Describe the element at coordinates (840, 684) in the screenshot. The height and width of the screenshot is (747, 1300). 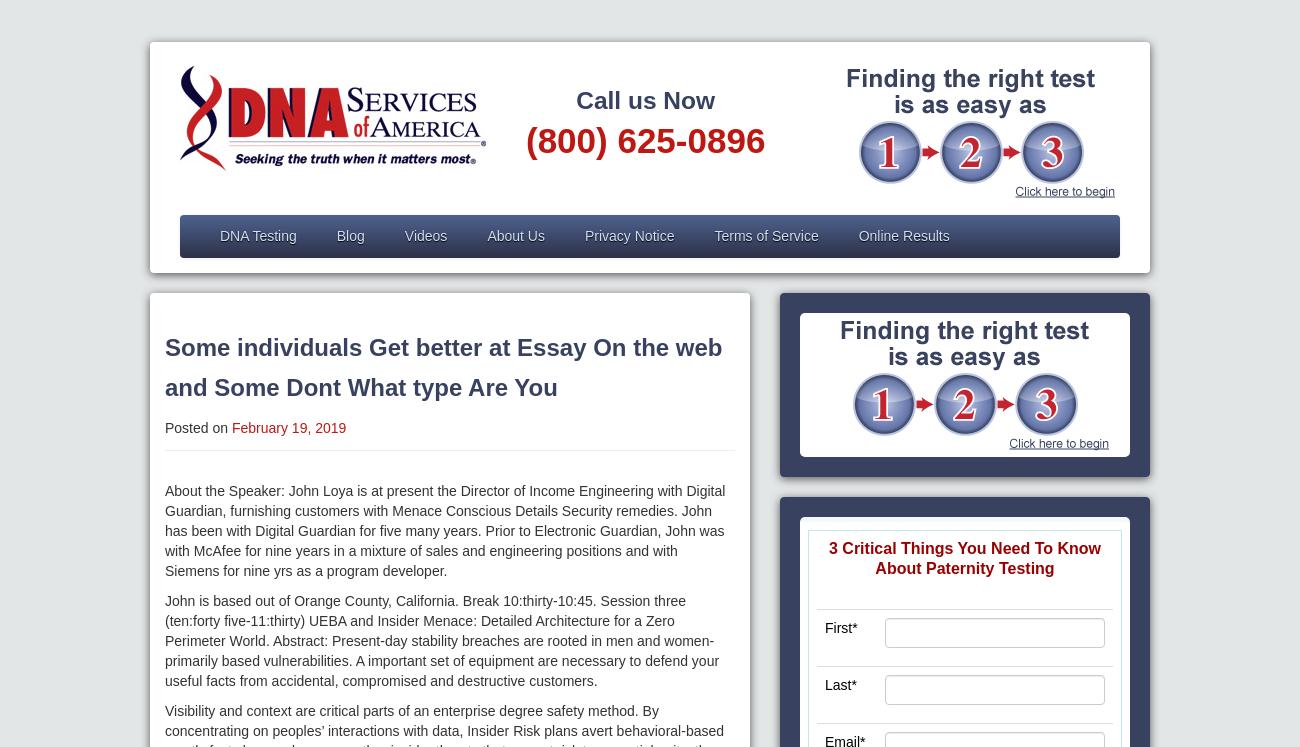
I see `'Last*'` at that location.